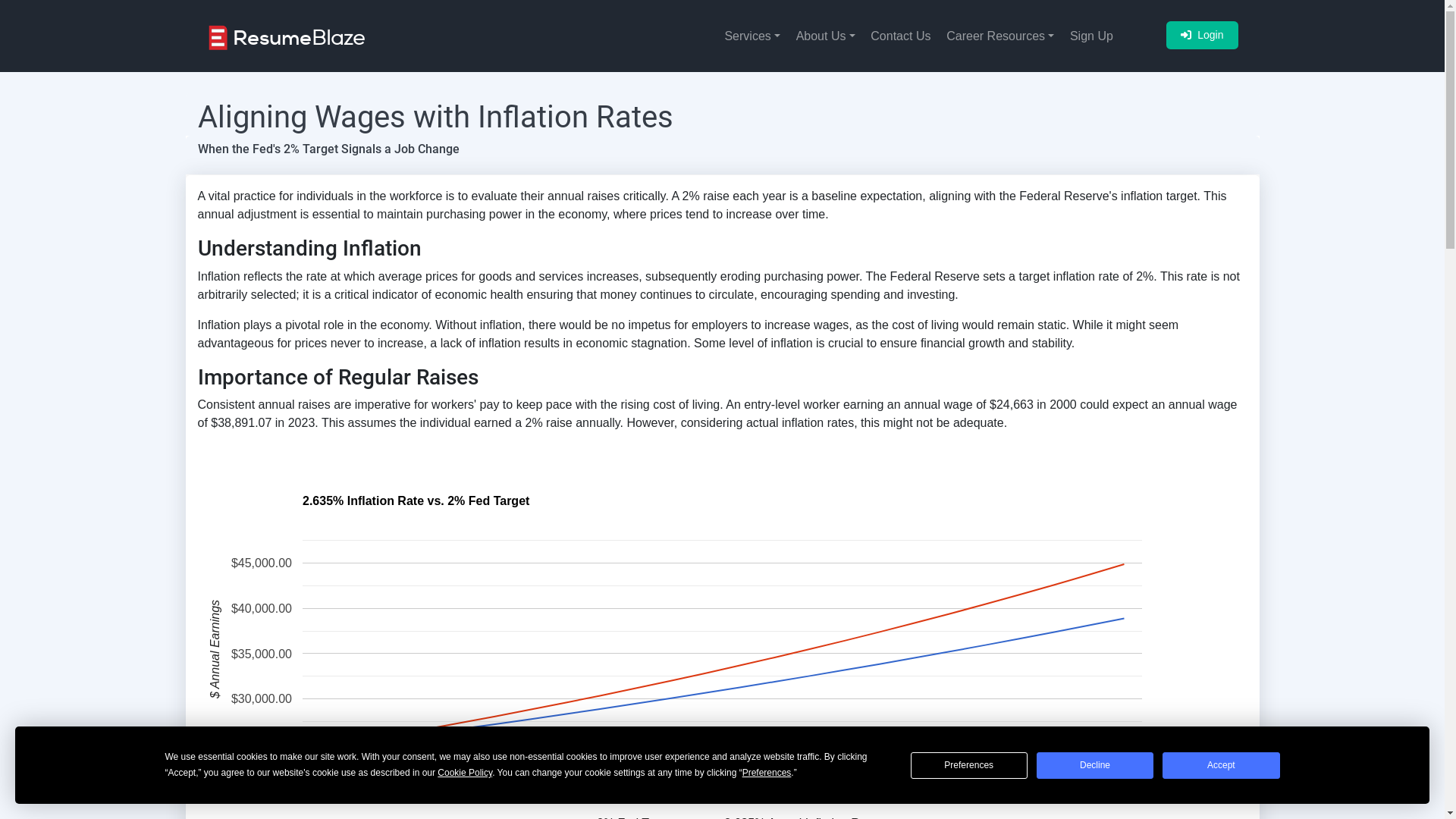  What do you see at coordinates (285, 36) in the screenshot?
I see `'ResumeBlaze'` at bounding box center [285, 36].